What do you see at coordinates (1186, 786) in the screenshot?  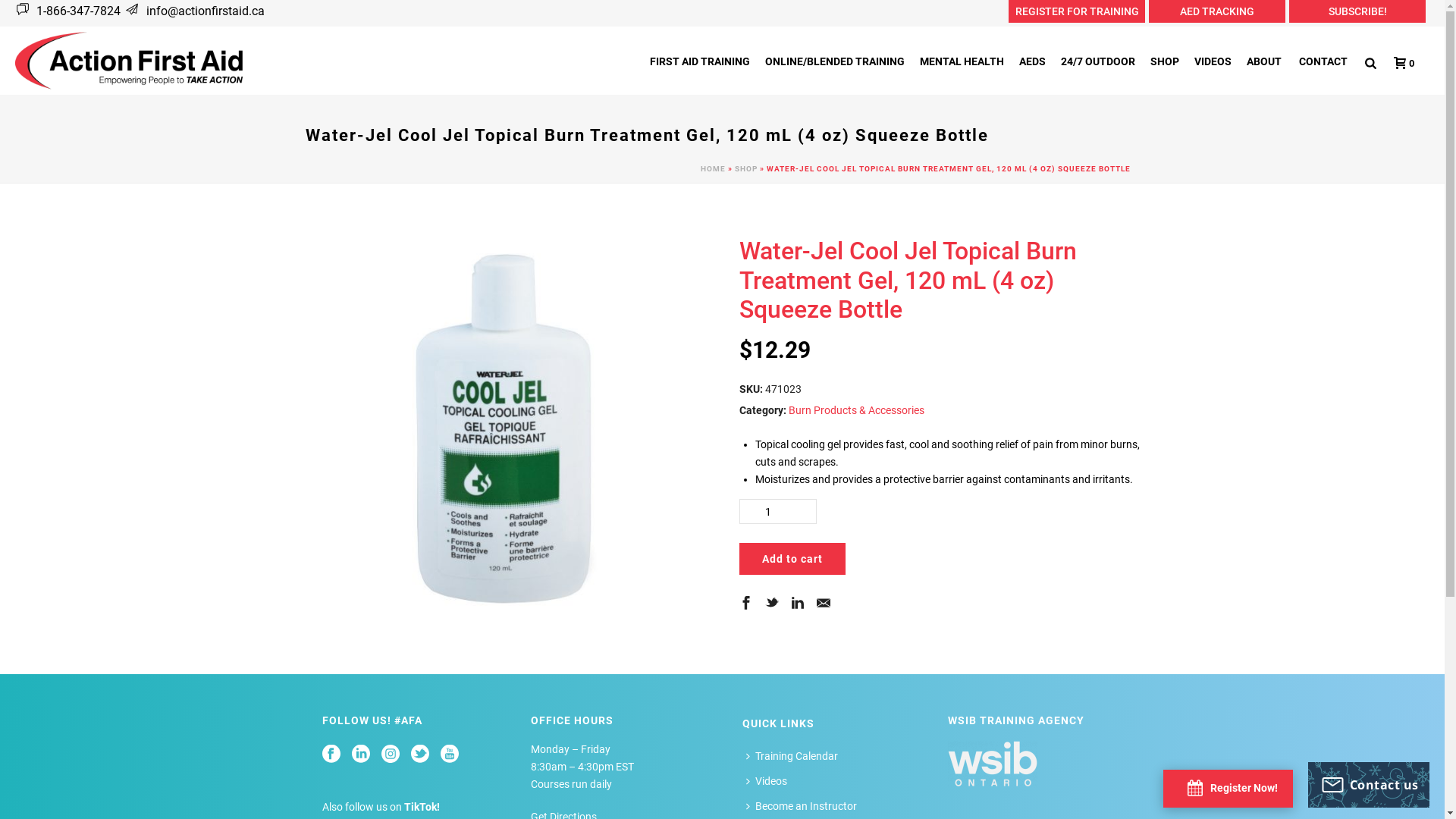 I see `'Register Now!'` at bounding box center [1186, 786].